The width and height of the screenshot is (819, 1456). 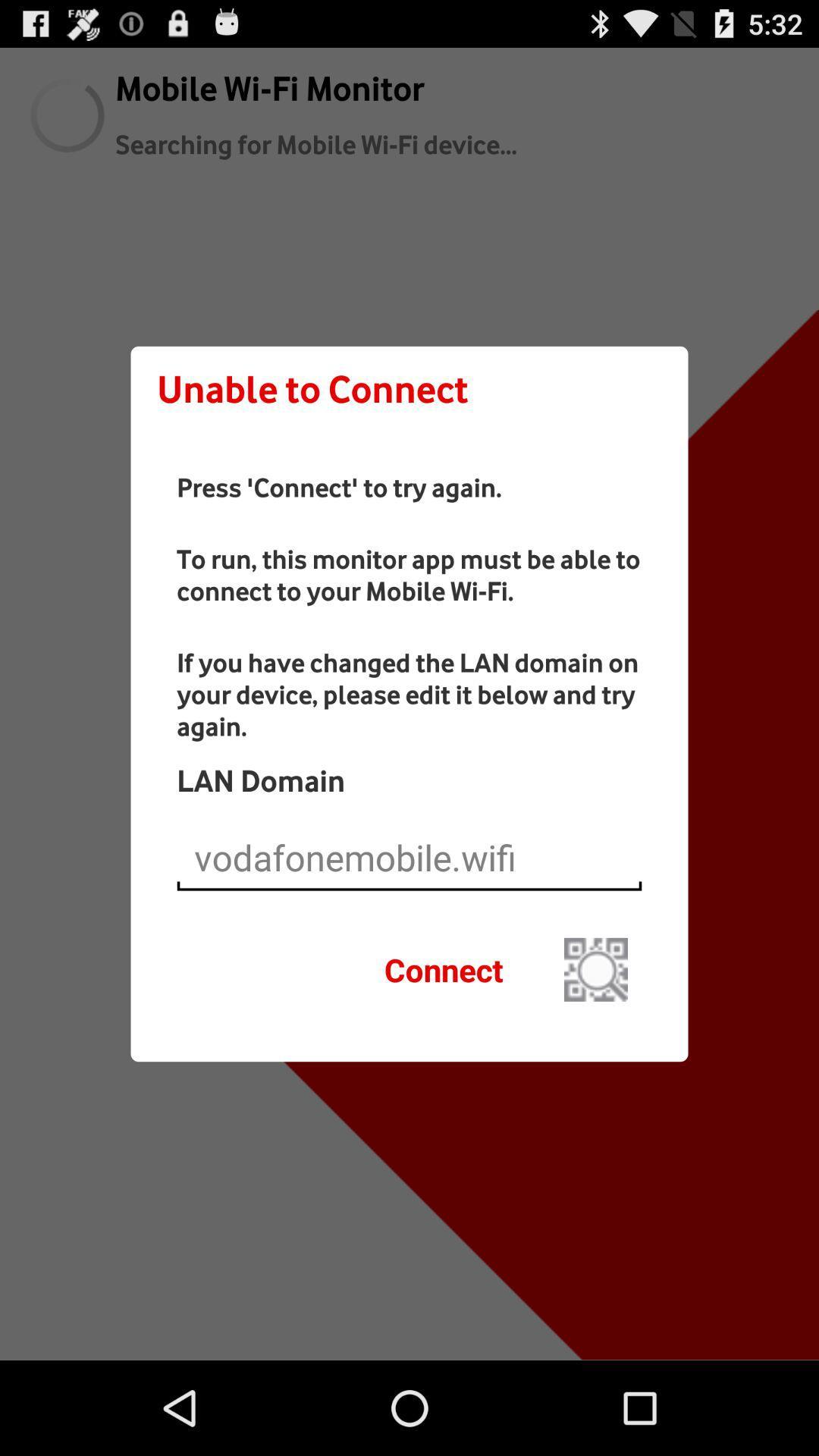 I want to click on the button next to the connect icon, so click(x=595, y=968).